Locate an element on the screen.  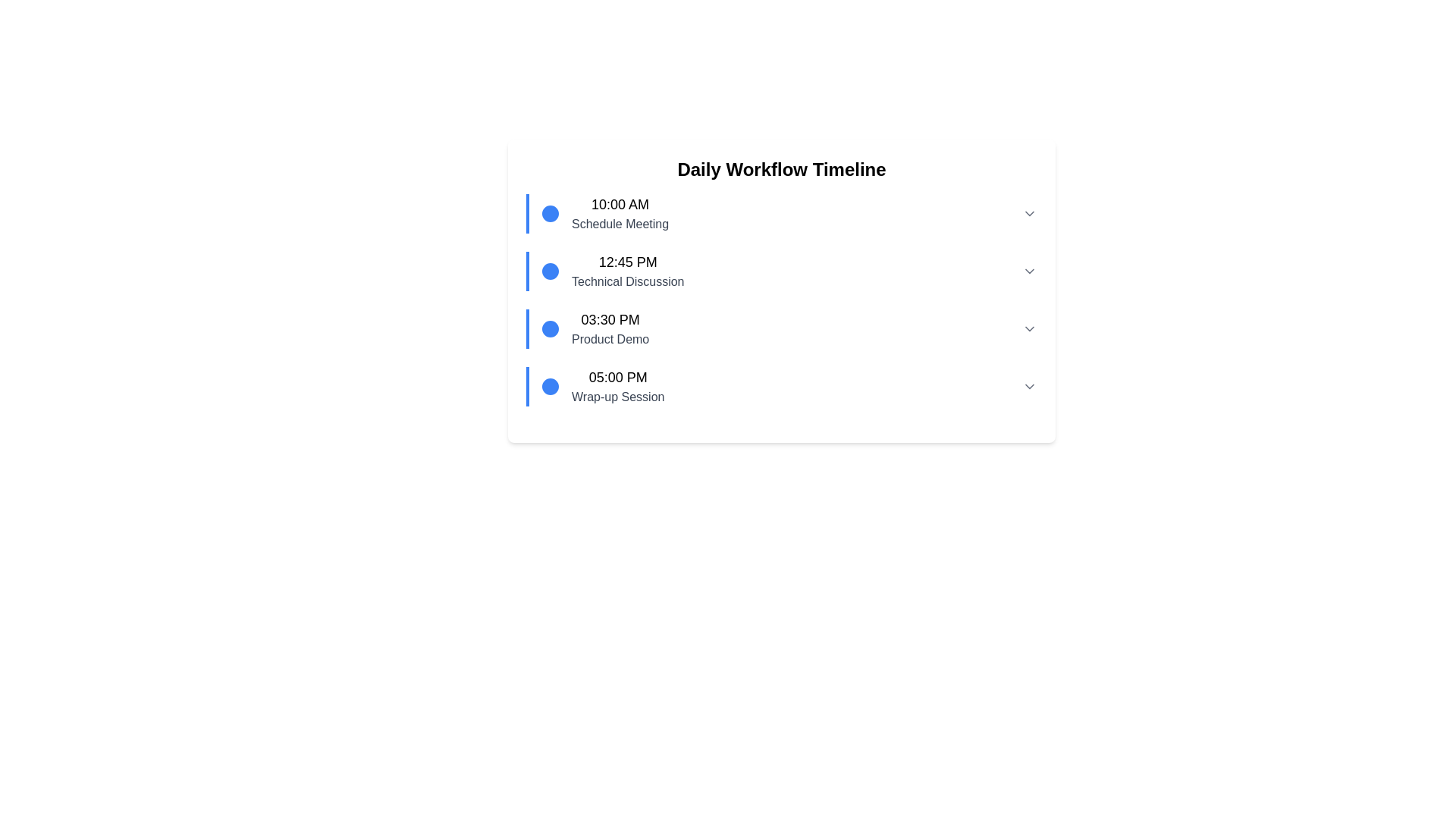
the circular blue icon located at the leftmost side of the row for '10:00 AM Schedule Meeting' is located at coordinates (549, 213).